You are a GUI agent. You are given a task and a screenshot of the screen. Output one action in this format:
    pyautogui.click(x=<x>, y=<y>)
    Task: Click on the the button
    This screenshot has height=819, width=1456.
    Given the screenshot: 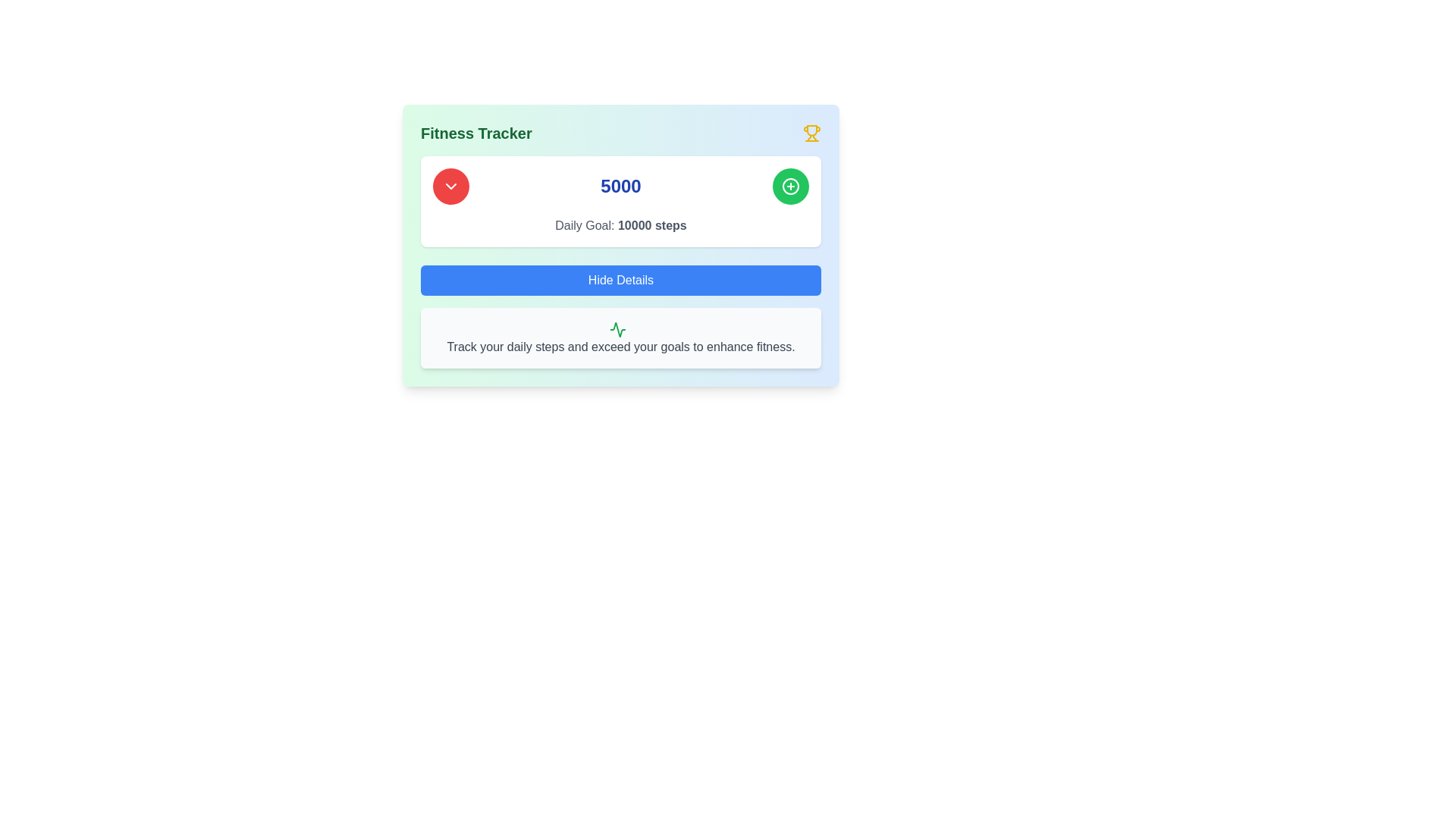 What is the action you would take?
    pyautogui.click(x=789, y=186)
    